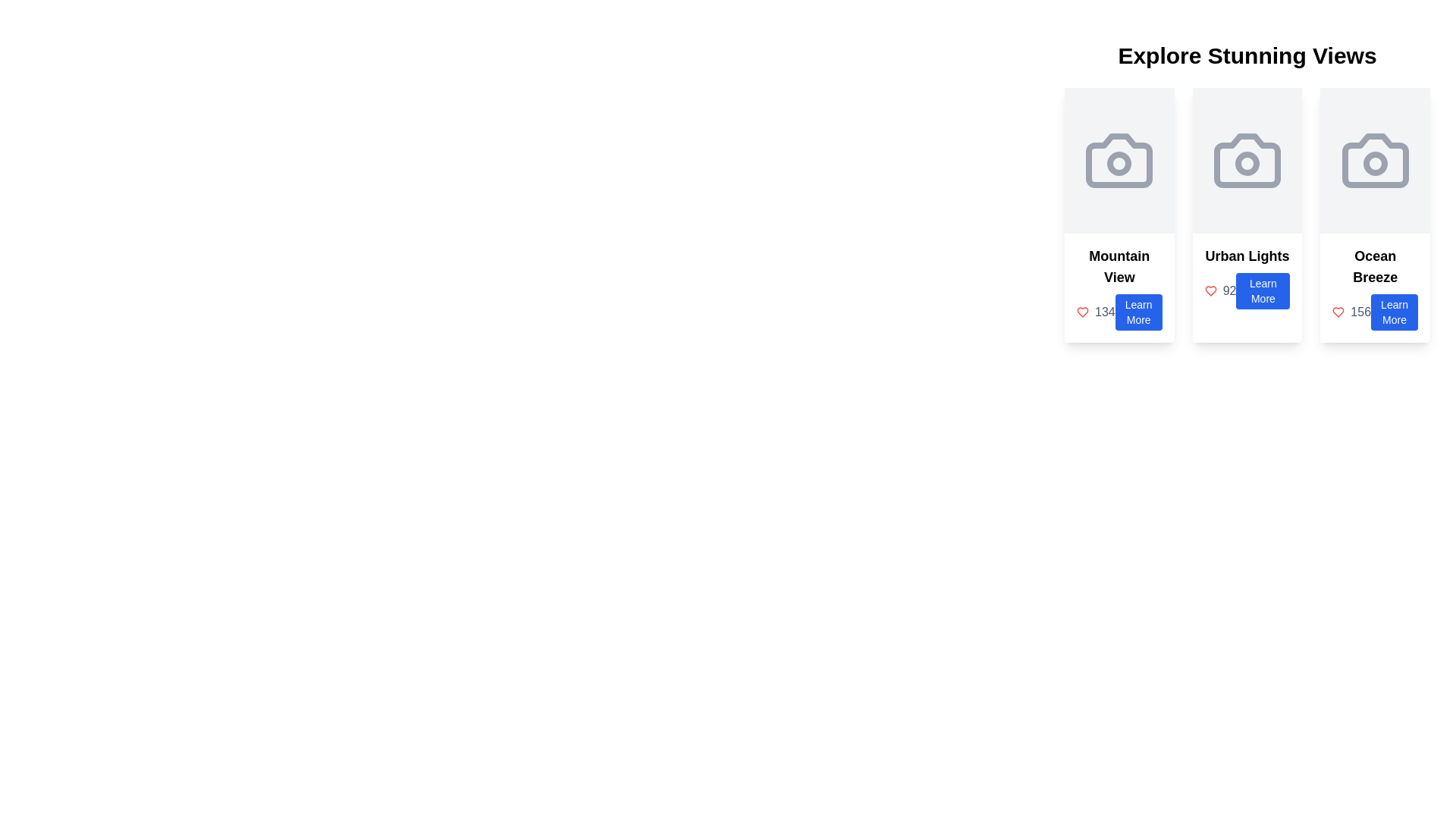 The height and width of the screenshot is (819, 1456). What do you see at coordinates (1394, 312) in the screenshot?
I see `the 'Learn More' button located at the bottom of the rightmost card, beneath the heart icon and text '156'` at bounding box center [1394, 312].